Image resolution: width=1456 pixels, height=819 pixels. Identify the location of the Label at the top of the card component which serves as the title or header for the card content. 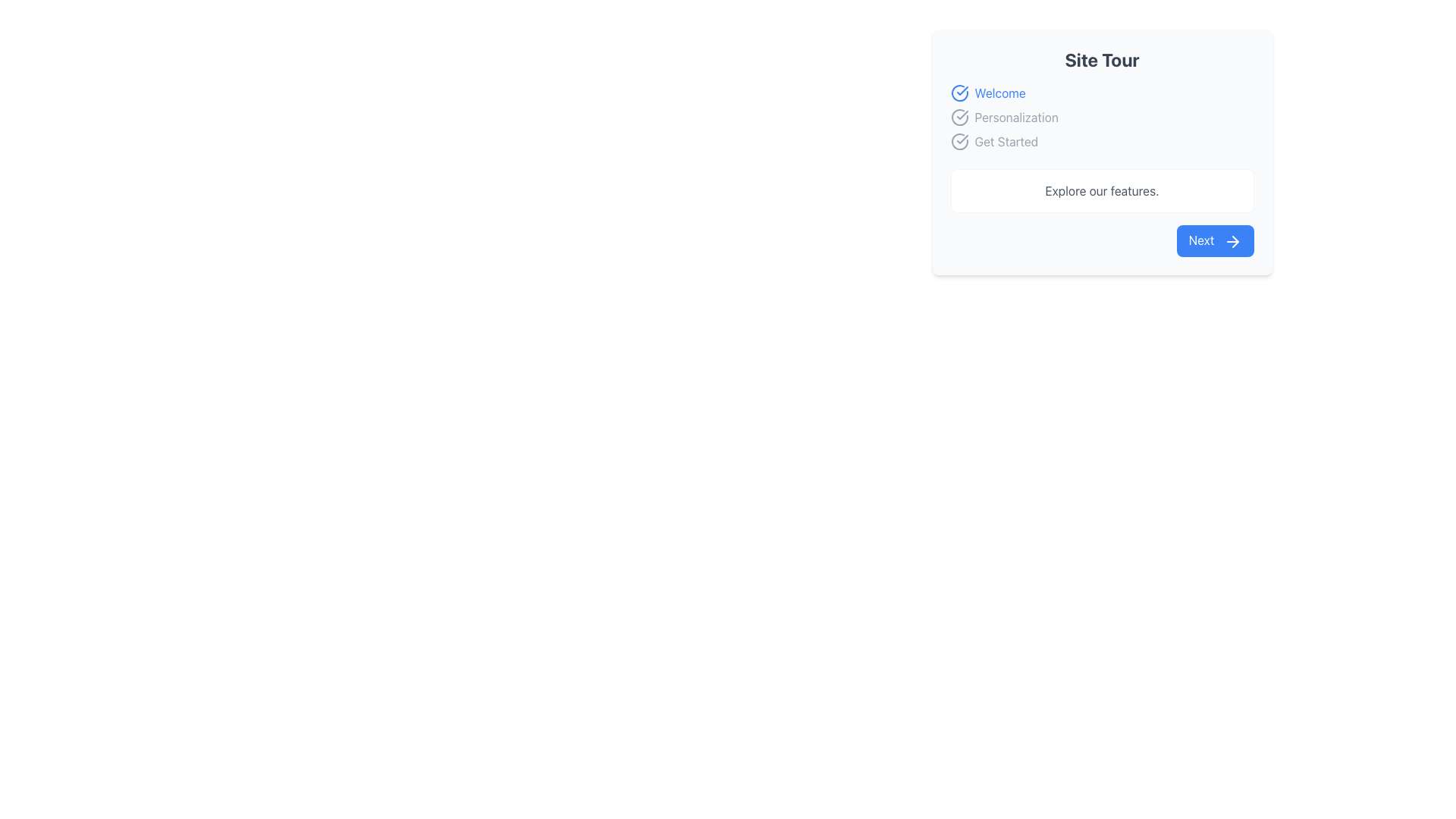
(1102, 58).